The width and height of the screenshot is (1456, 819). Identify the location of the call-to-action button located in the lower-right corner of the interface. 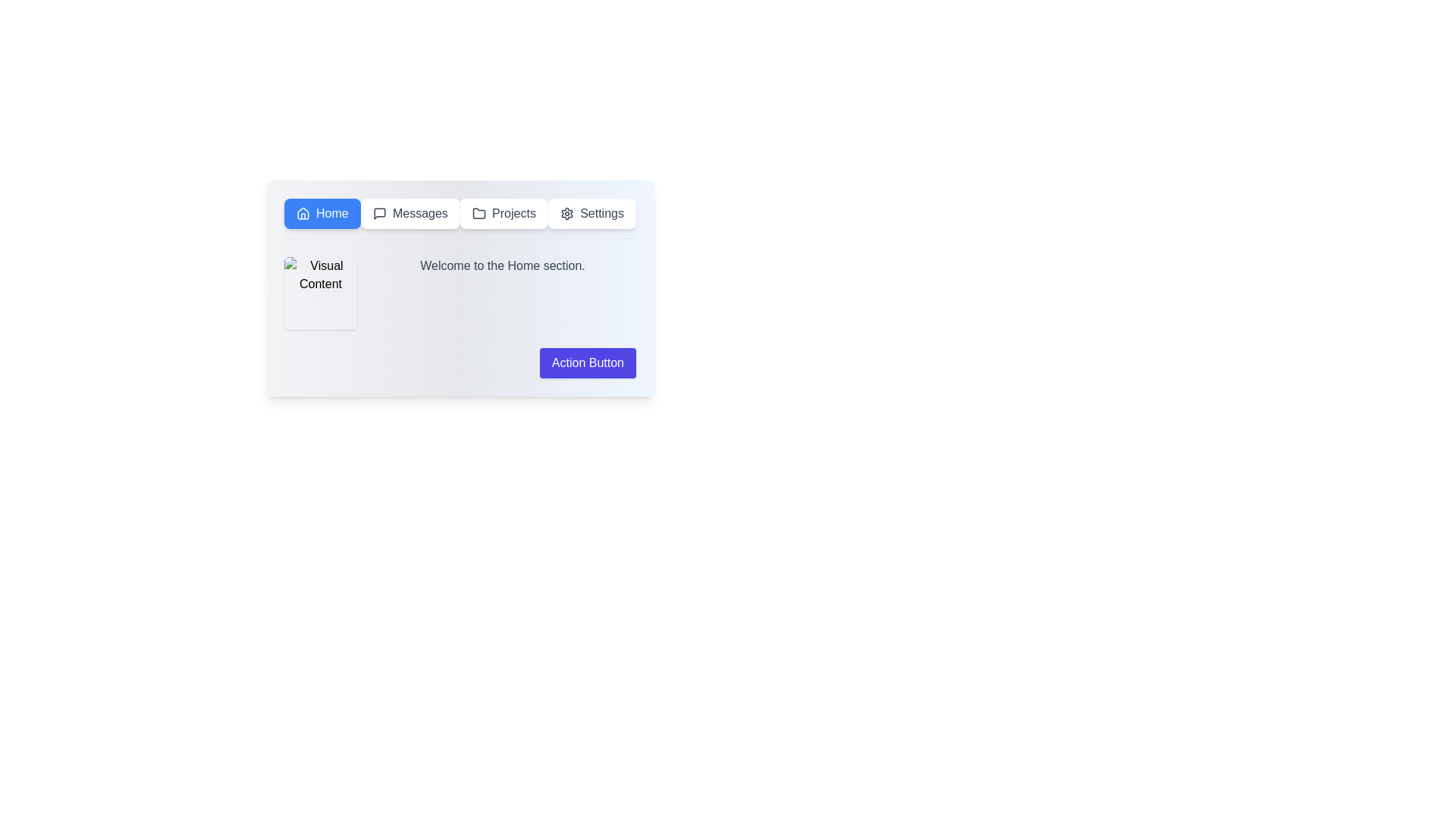
(587, 362).